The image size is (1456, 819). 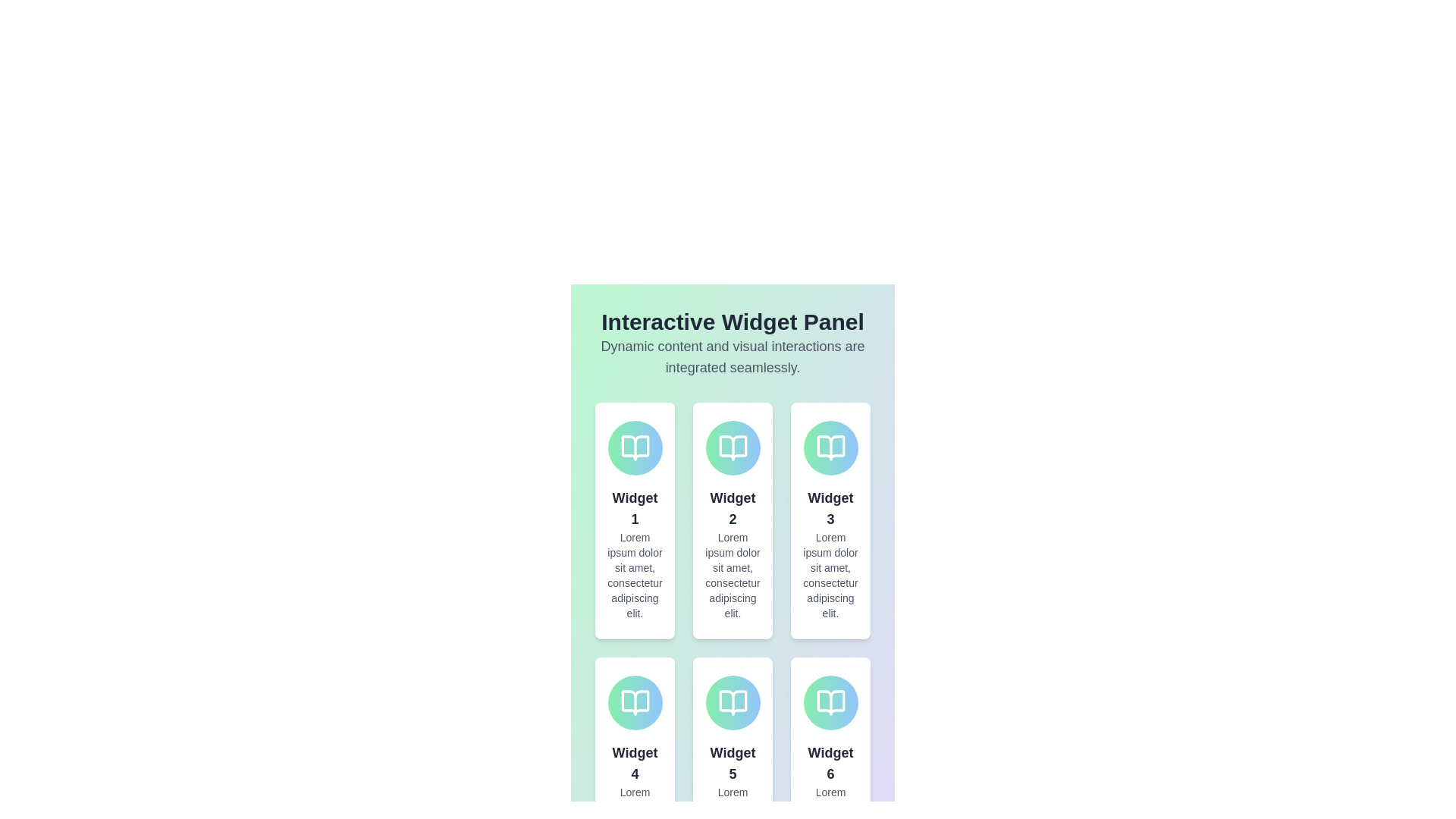 I want to click on the second card in the 3-column layout grid on the first row, so click(x=733, y=519).